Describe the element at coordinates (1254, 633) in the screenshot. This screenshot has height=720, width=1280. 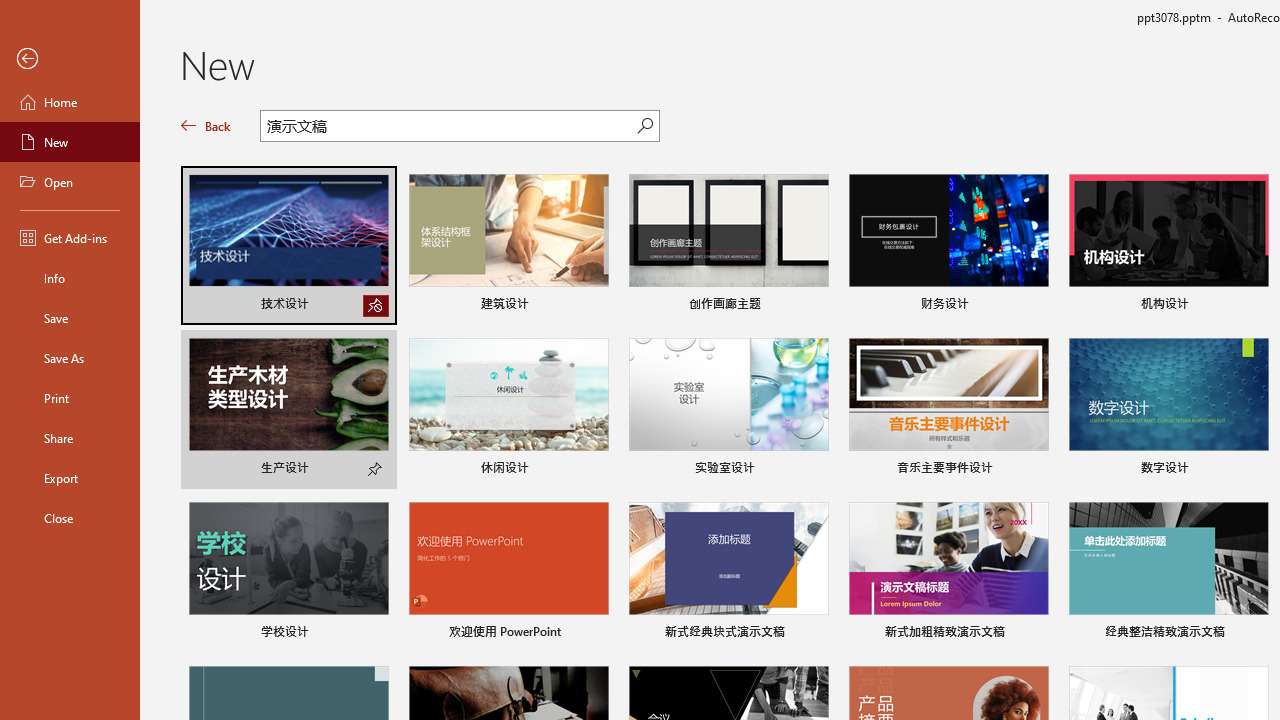
I see `'Pin to list'` at that location.